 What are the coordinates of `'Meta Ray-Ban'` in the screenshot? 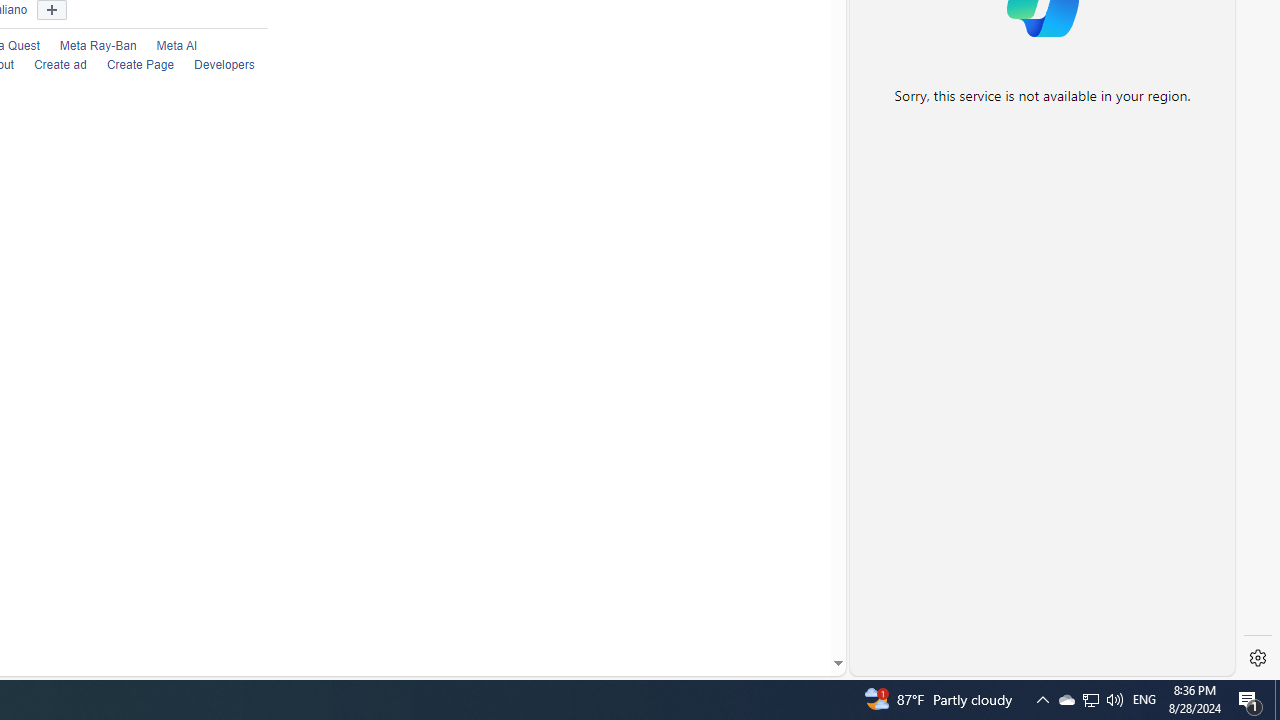 It's located at (86, 45).